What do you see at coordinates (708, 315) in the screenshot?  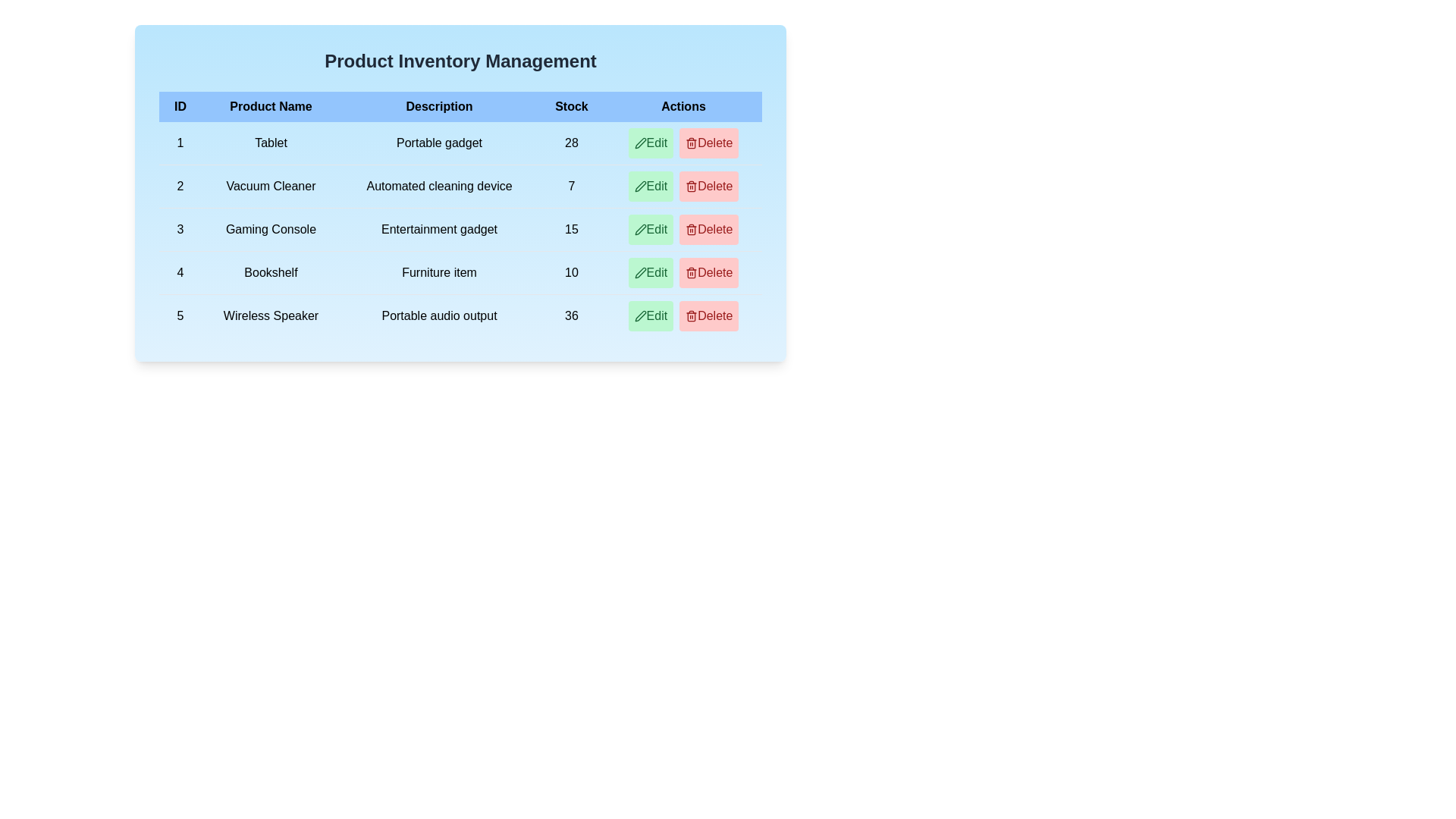 I see `the delete button on the right-hand side of the 'Actions' column for the 'Wireless Speaker' product entry in the main table` at bounding box center [708, 315].